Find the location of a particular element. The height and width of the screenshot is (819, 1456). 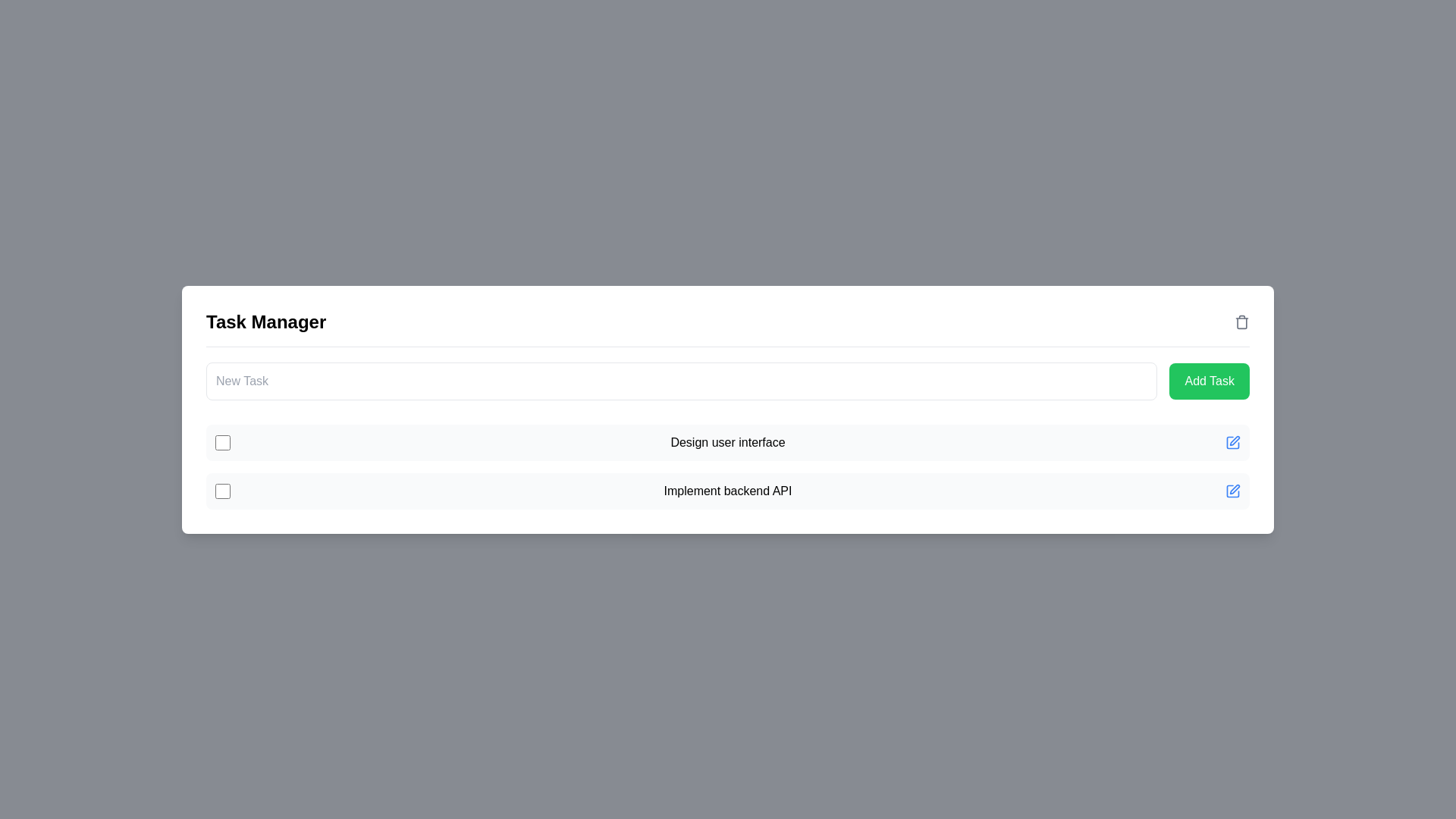

the task text 'Implement backend API' within the task item that has a light gray background and contains a checkbox on the left and an edit icon on the right is located at coordinates (728, 491).